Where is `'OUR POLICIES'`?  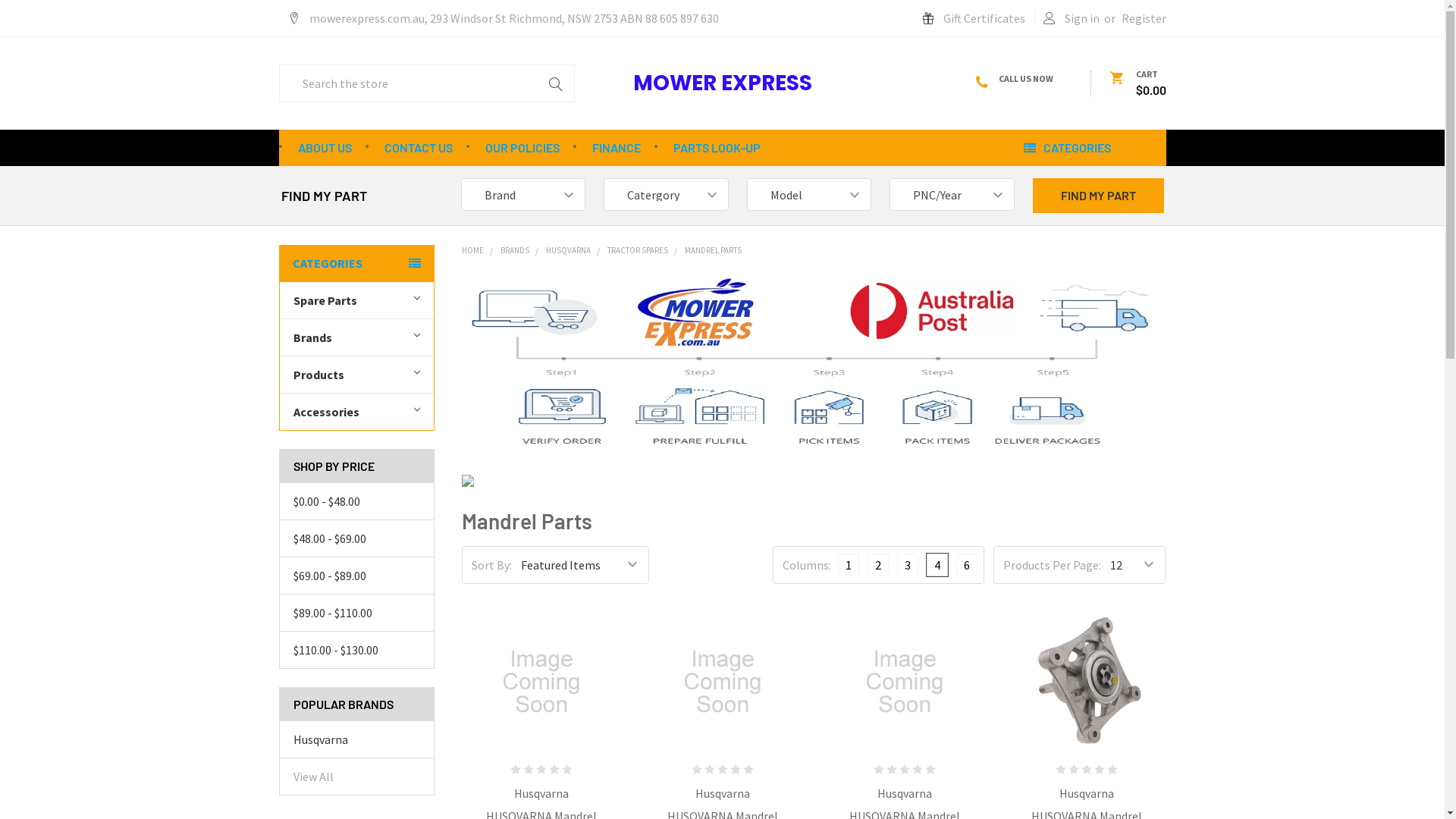
'OUR POLICIES' is located at coordinates (471, 148).